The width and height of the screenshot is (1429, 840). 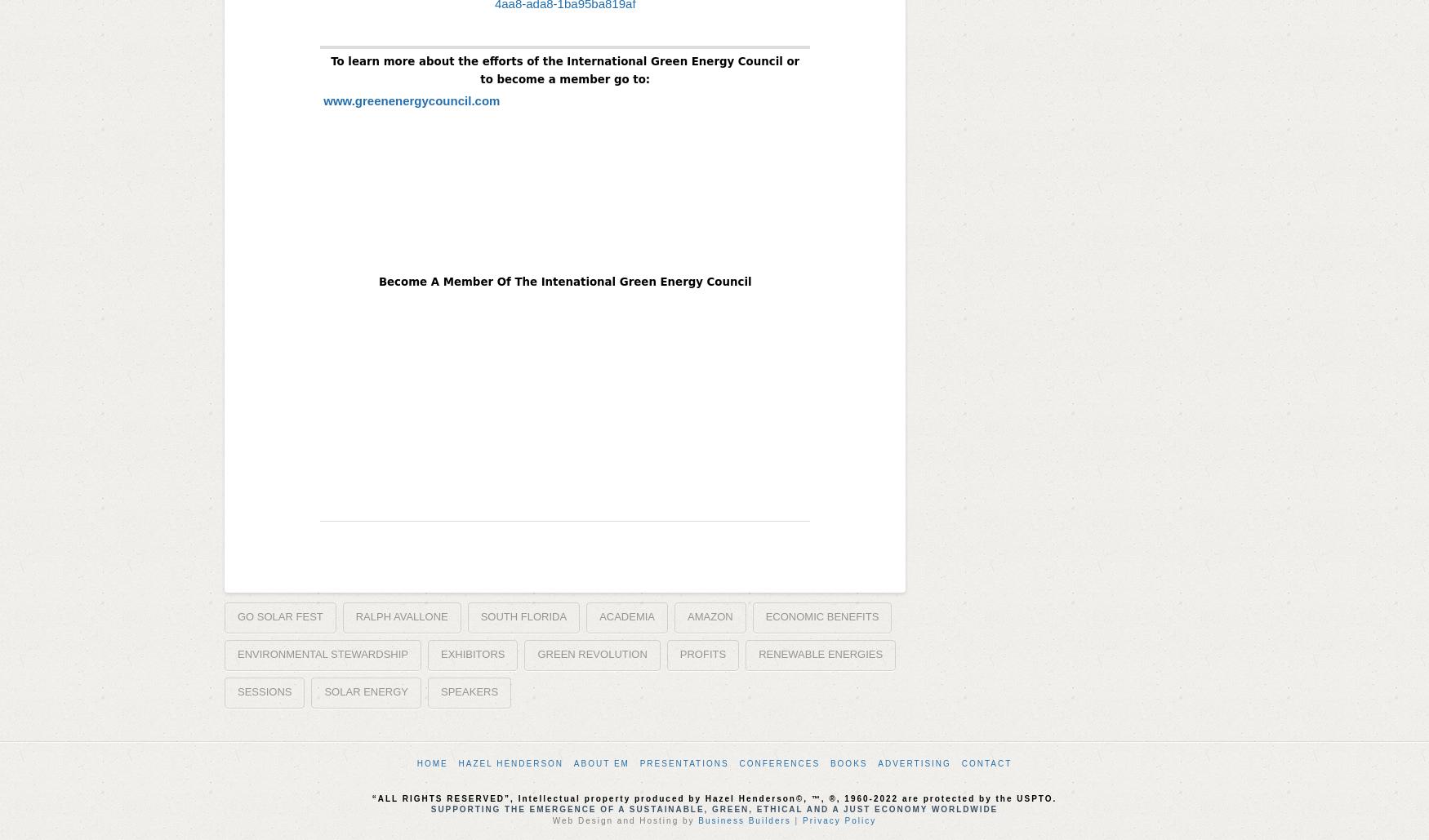 I want to click on 'Business Builders', so click(x=743, y=819).